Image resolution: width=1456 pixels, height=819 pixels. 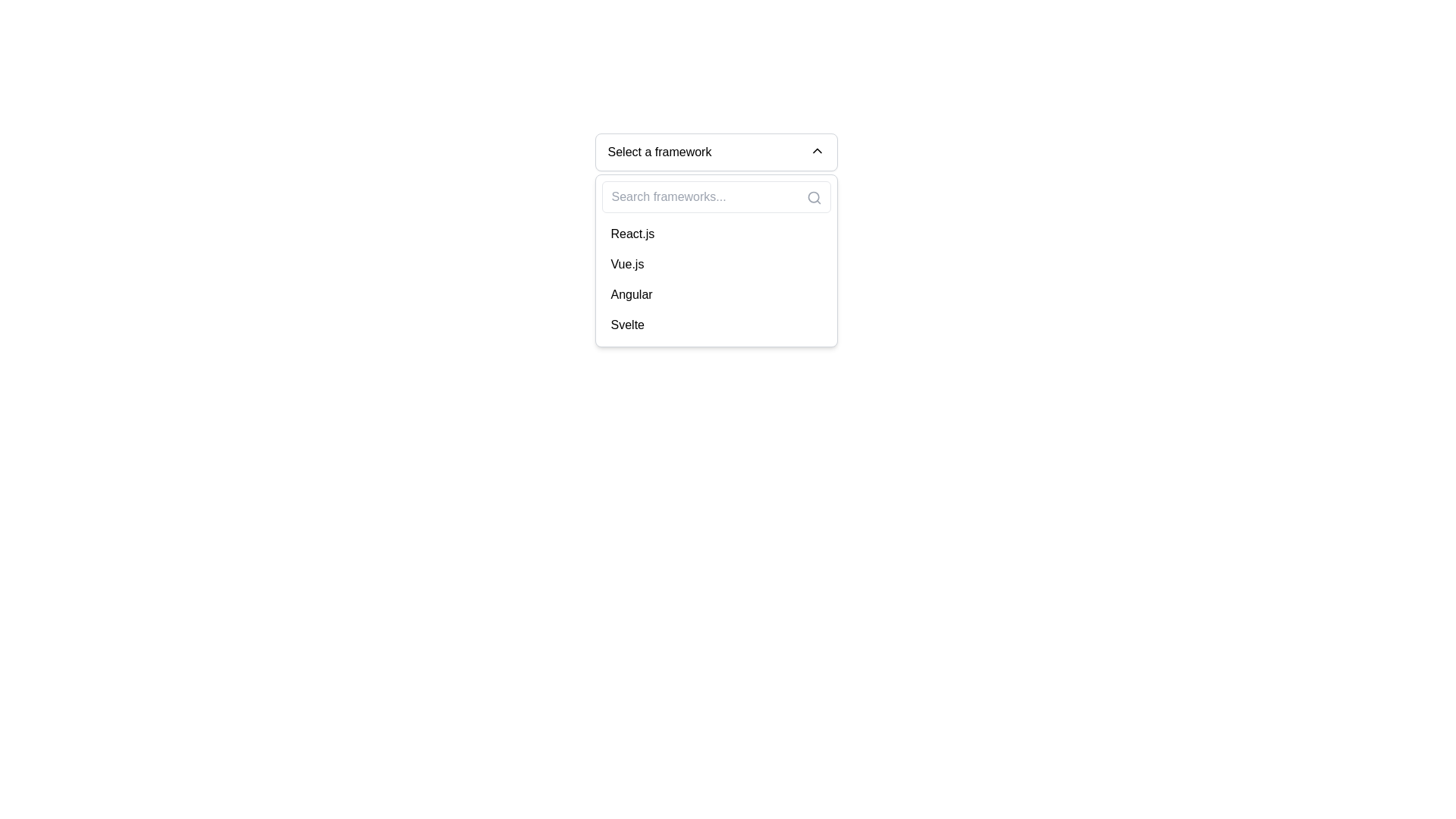 What do you see at coordinates (632, 295) in the screenshot?
I see `the 'Angular' list item, which is the third option in the dropdown under the 'Search frameworks...' input box` at bounding box center [632, 295].